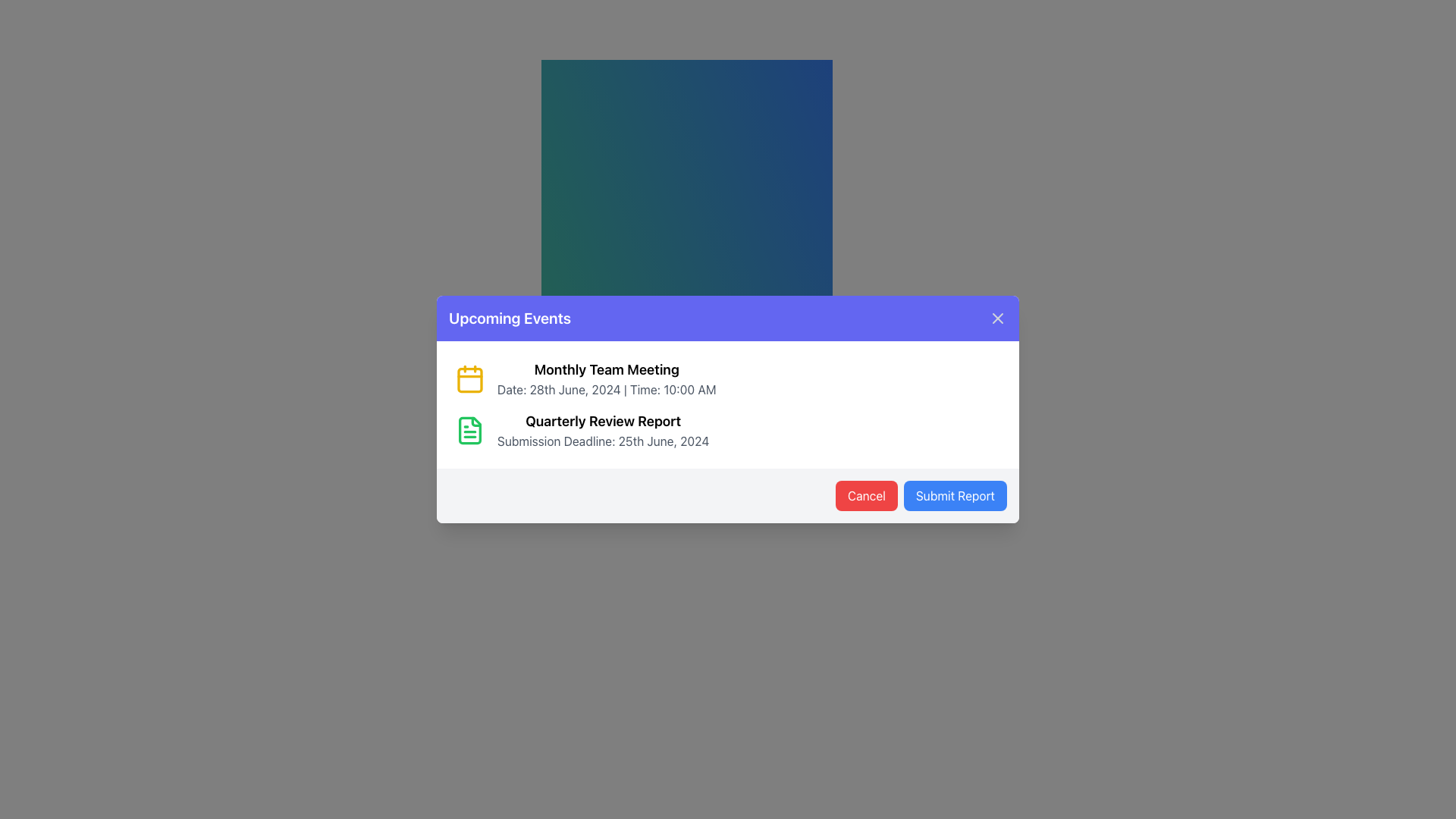 This screenshot has height=819, width=1456. Describe the element at coordinates (469, 430) in the screenshot. I see `the green rectangular icon resembling a document or file` at that location.